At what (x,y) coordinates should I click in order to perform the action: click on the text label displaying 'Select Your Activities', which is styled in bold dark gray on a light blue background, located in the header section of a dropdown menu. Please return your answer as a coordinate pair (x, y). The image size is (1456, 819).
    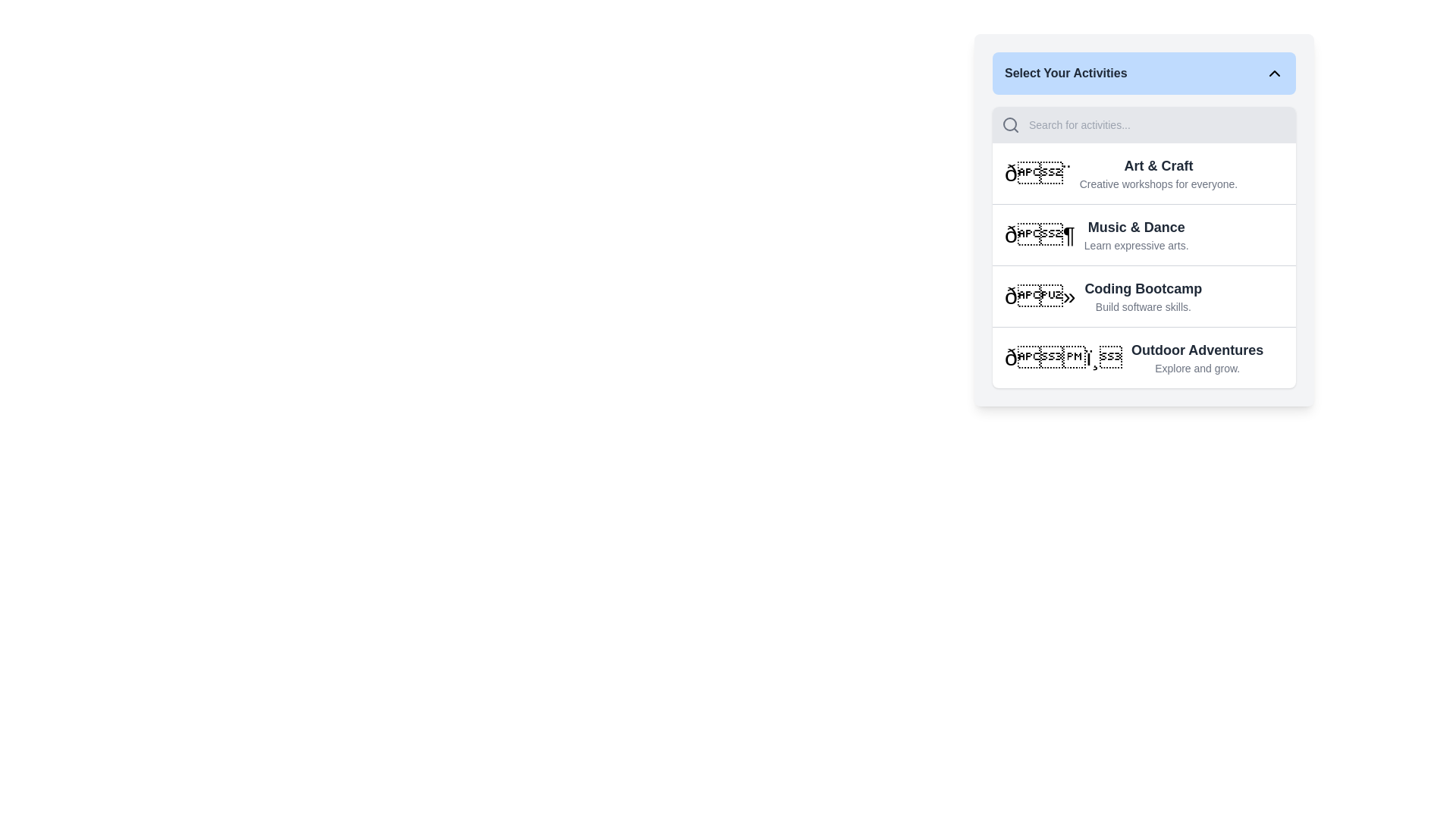
    Looking at the image, I should click on (1065, 73).